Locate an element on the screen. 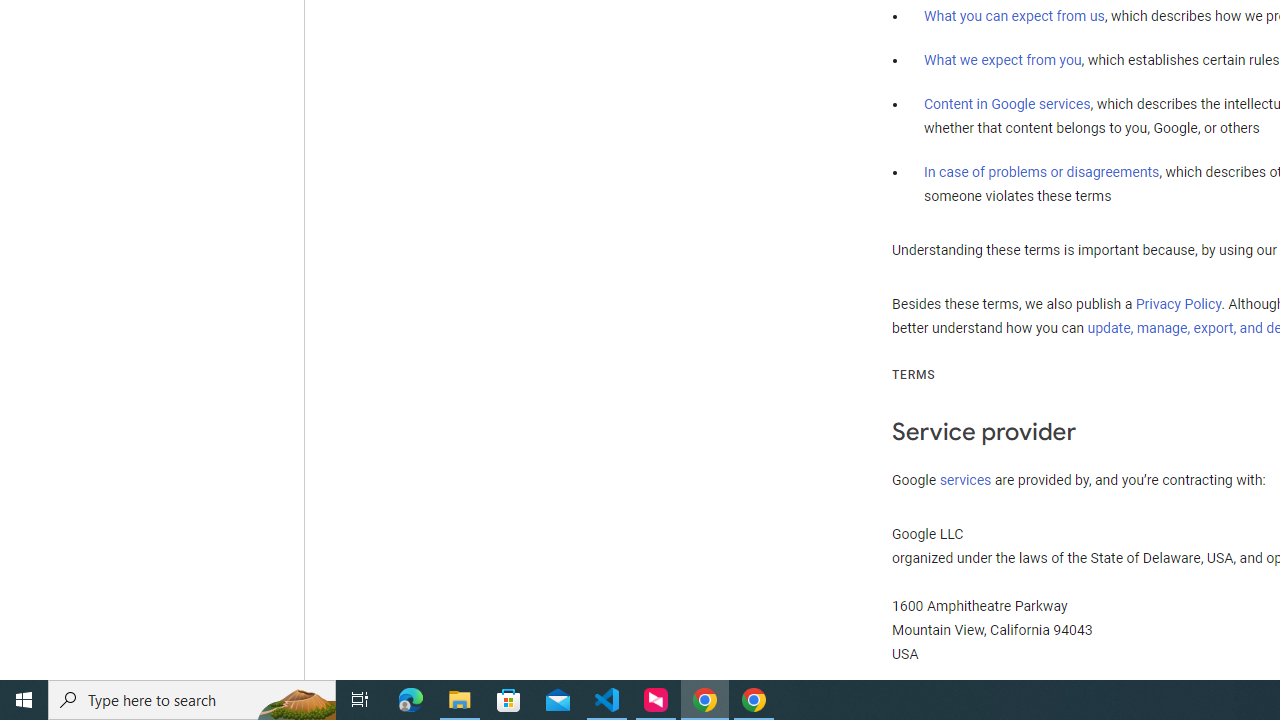 Image resolution: width=1280 pixels, height=720 pixels. 'What we expect from you' is located at coordinates (1002, 59).